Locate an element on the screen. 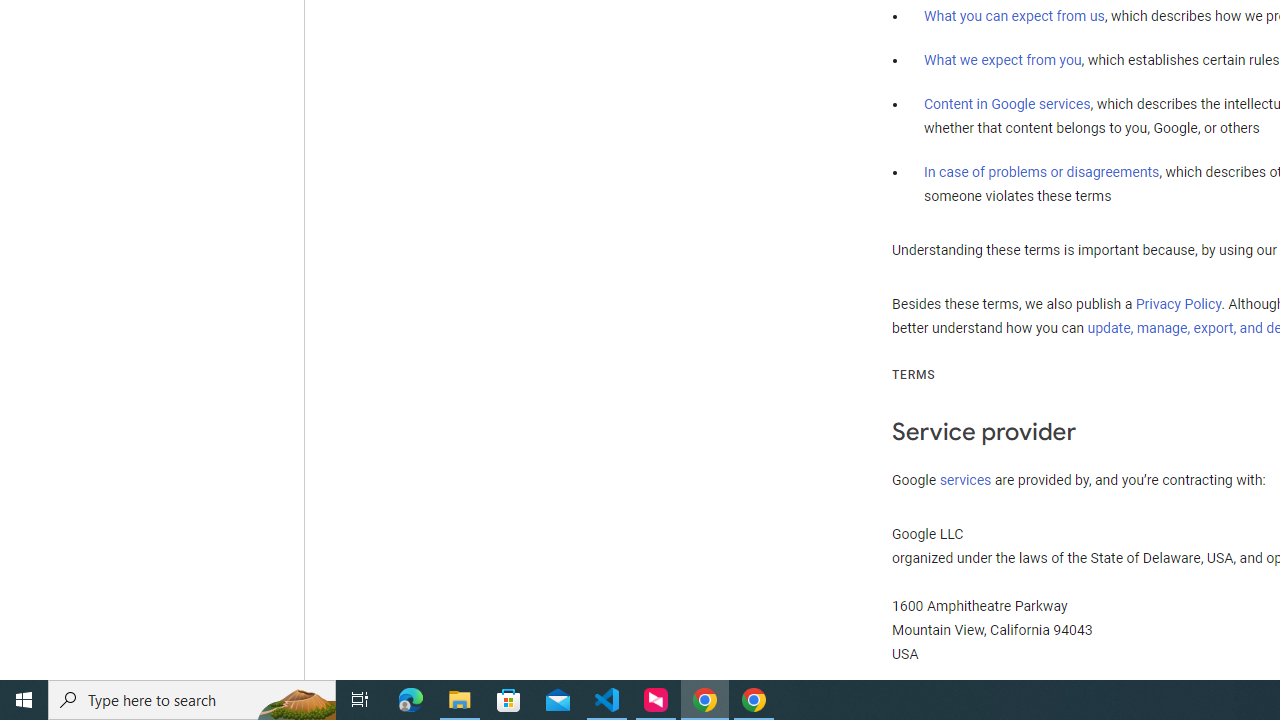 Image resolution: width=1280 pixels, height=720 pixels. 'What we expect from you' is located at coordinates (1002, 59).